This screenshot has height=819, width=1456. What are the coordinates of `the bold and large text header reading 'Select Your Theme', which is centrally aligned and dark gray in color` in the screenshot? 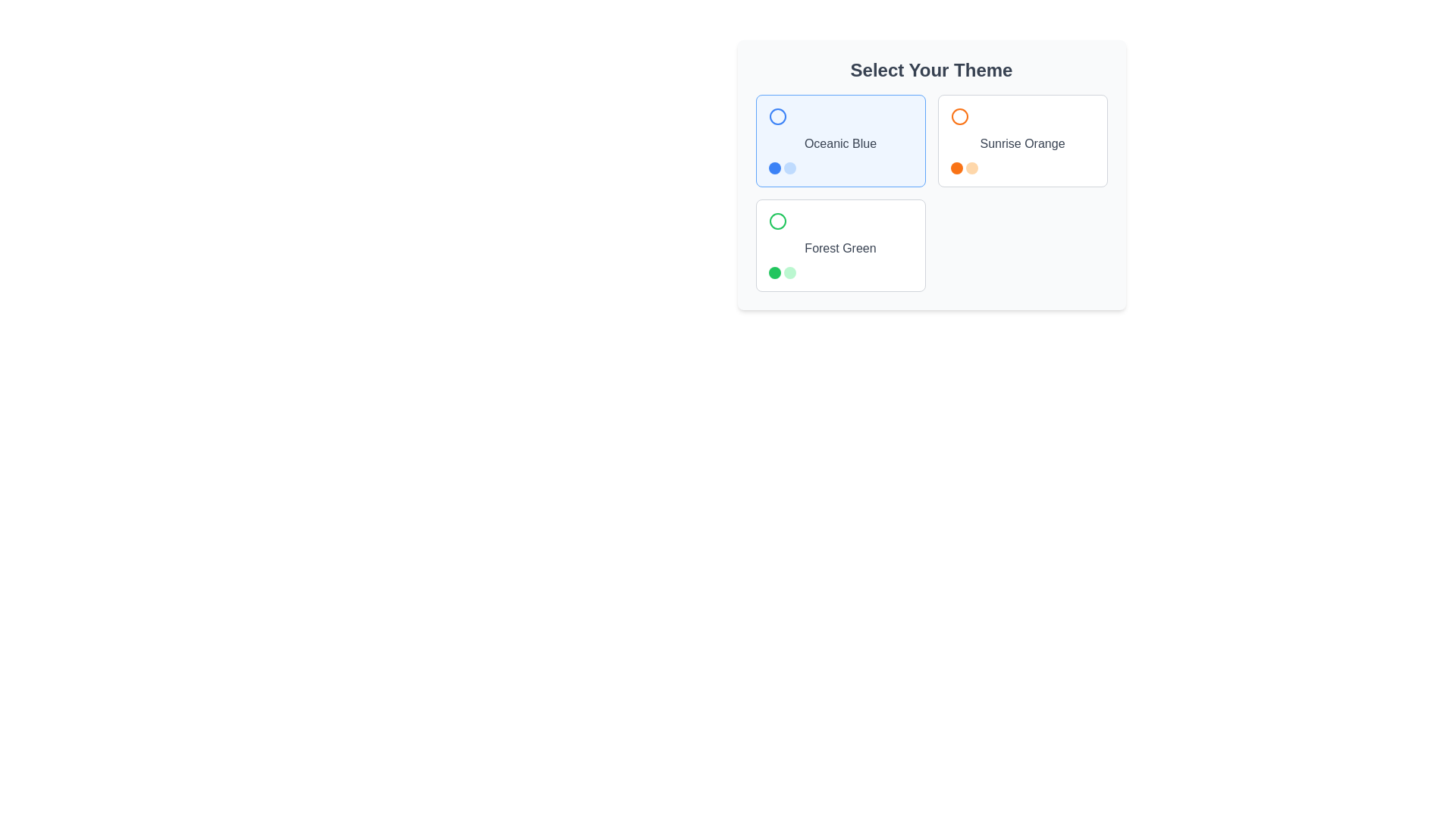 It's located at (930, 70).